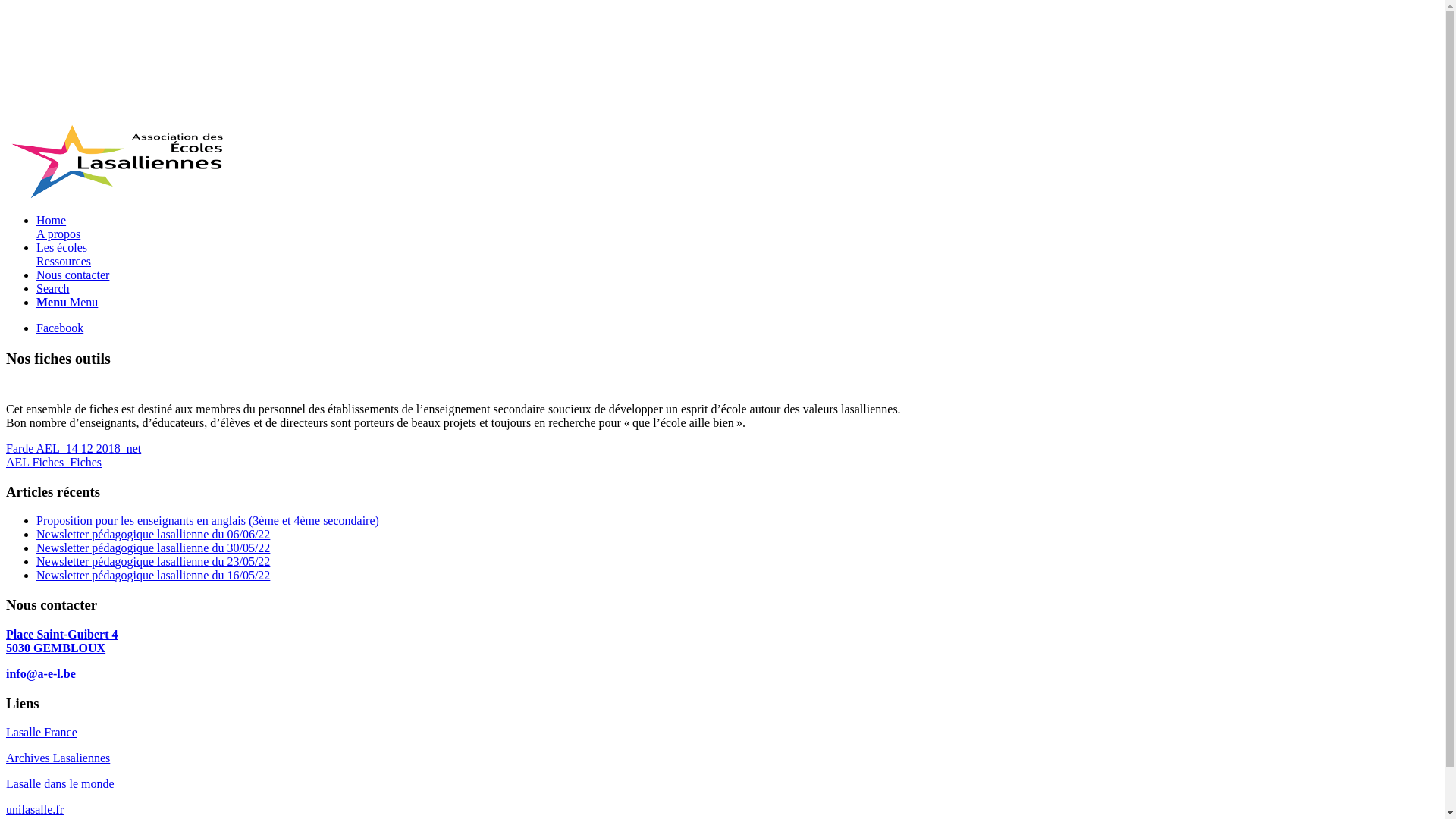 The image size is (1456, 819). I want to click on 'Ressources', so click(62, 260).